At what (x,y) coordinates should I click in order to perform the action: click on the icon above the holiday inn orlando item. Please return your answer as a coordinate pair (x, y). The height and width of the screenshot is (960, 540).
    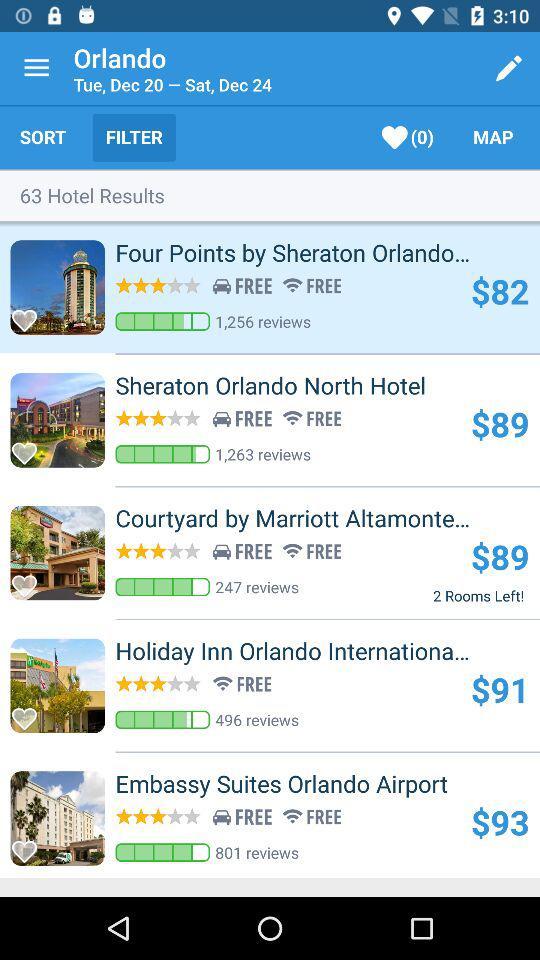
    Looking at the image, I should click on (477, 595).